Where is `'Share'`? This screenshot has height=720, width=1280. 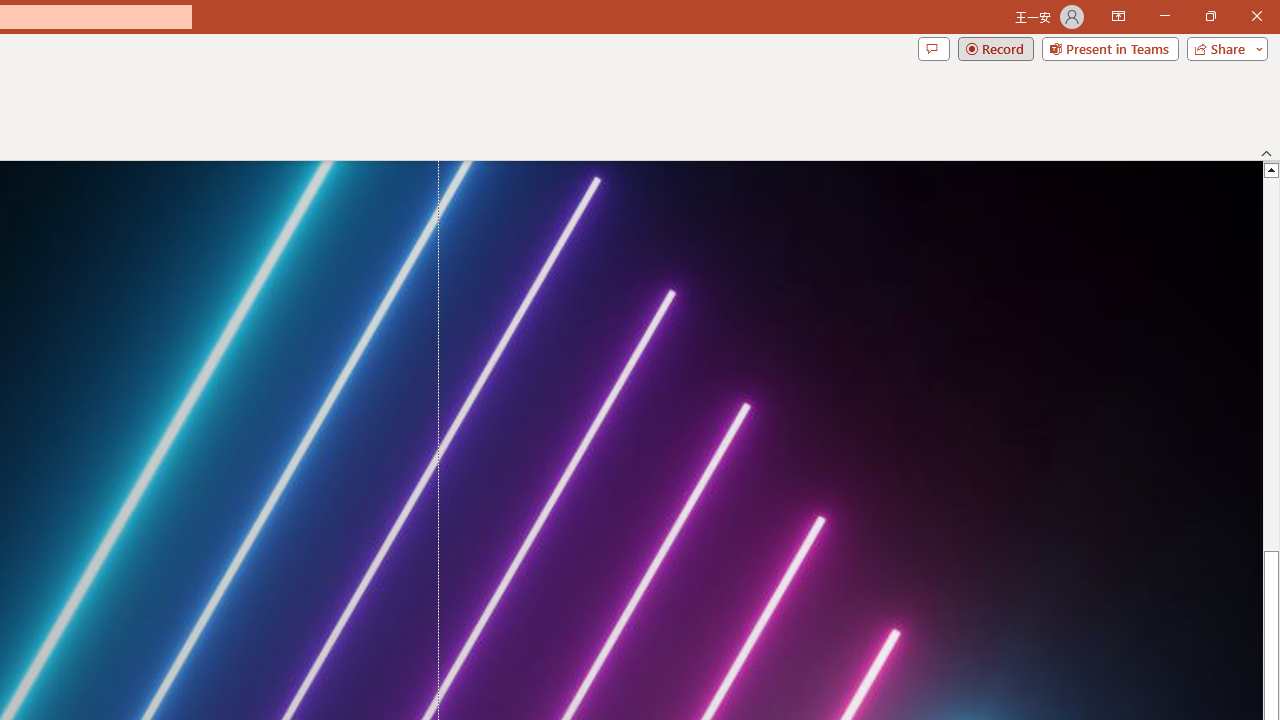
'Share' is located at coordinates (1222, 47).